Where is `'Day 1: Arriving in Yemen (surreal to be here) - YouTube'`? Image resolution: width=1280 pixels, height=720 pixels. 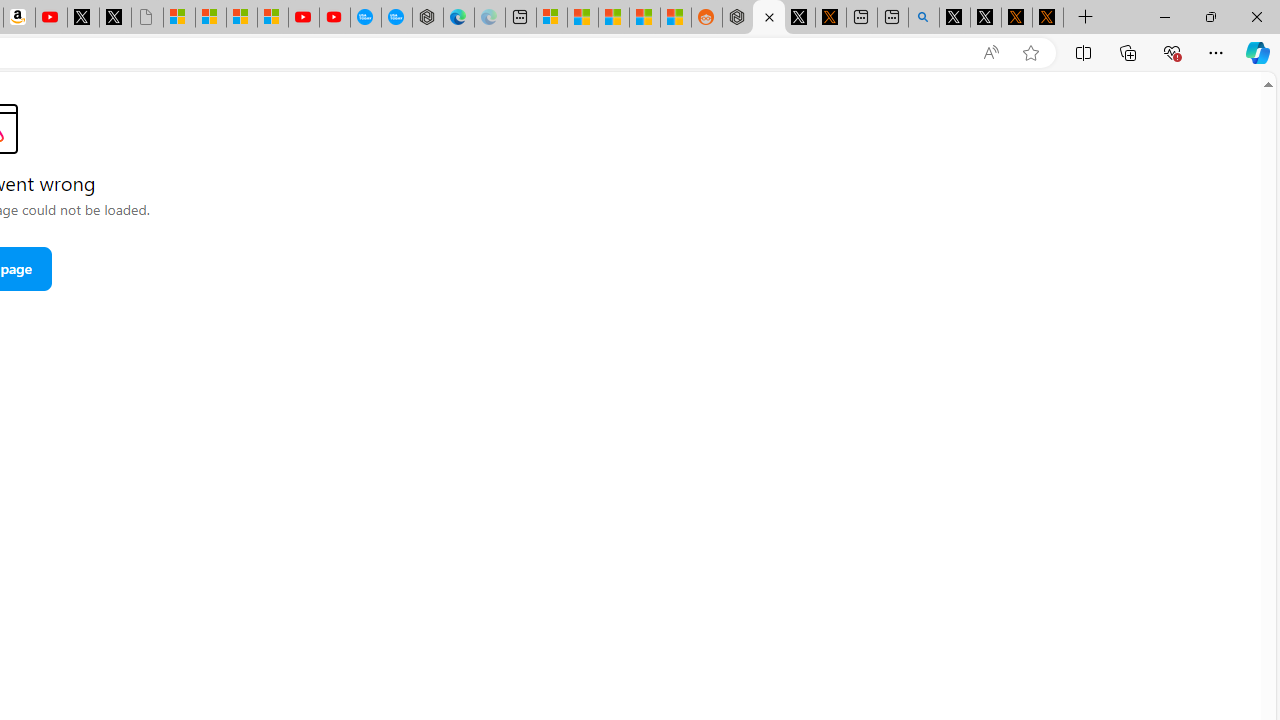 'Day 1: Arriving in Yemen (surreal to be here) - YouTube' is located at coordinates (51, 17).